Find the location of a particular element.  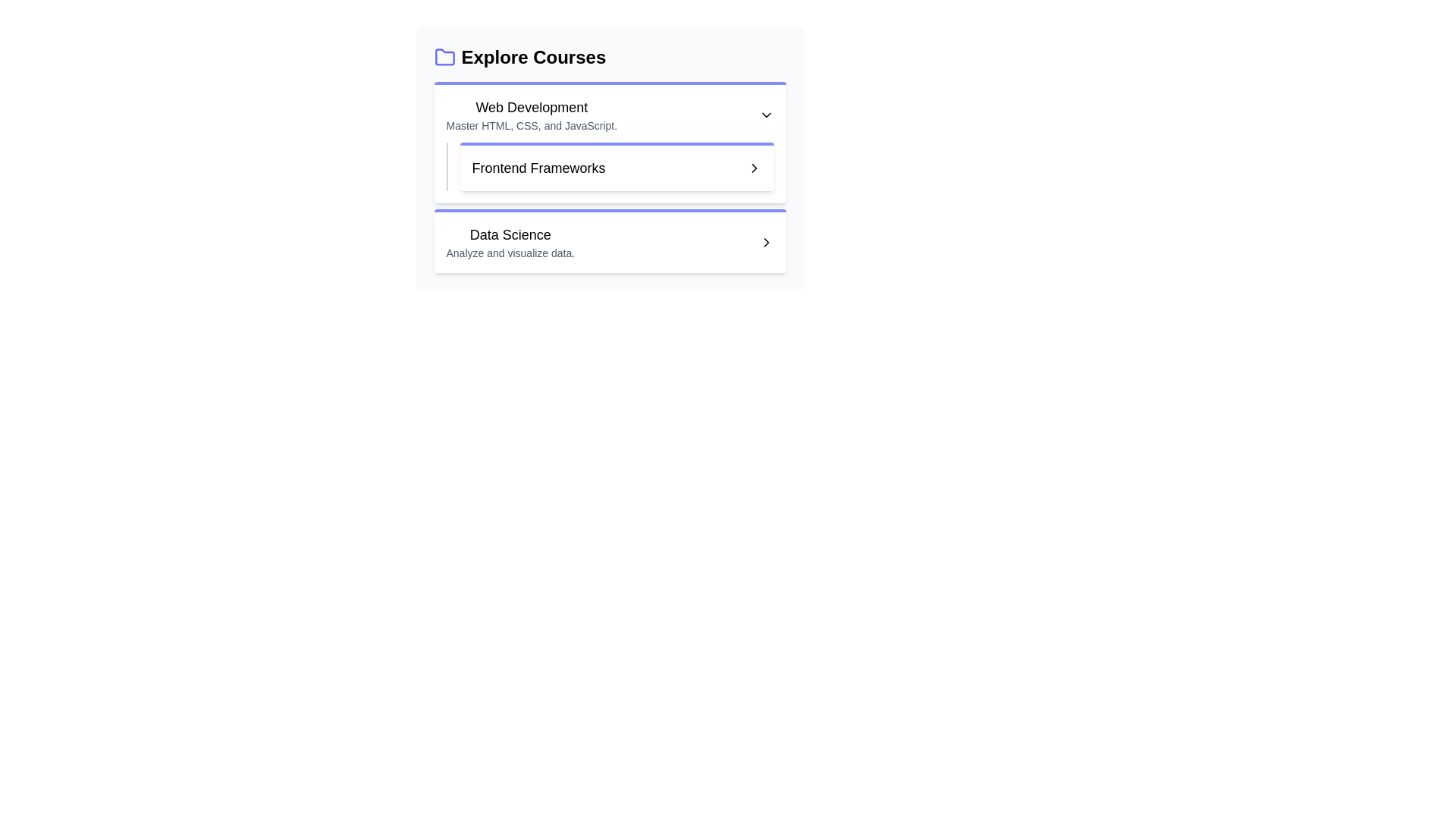

the 'Web Development' dropdown toggle button, which features a bold heading and a downward-pointing arrow is located at coordinates (610, 114).